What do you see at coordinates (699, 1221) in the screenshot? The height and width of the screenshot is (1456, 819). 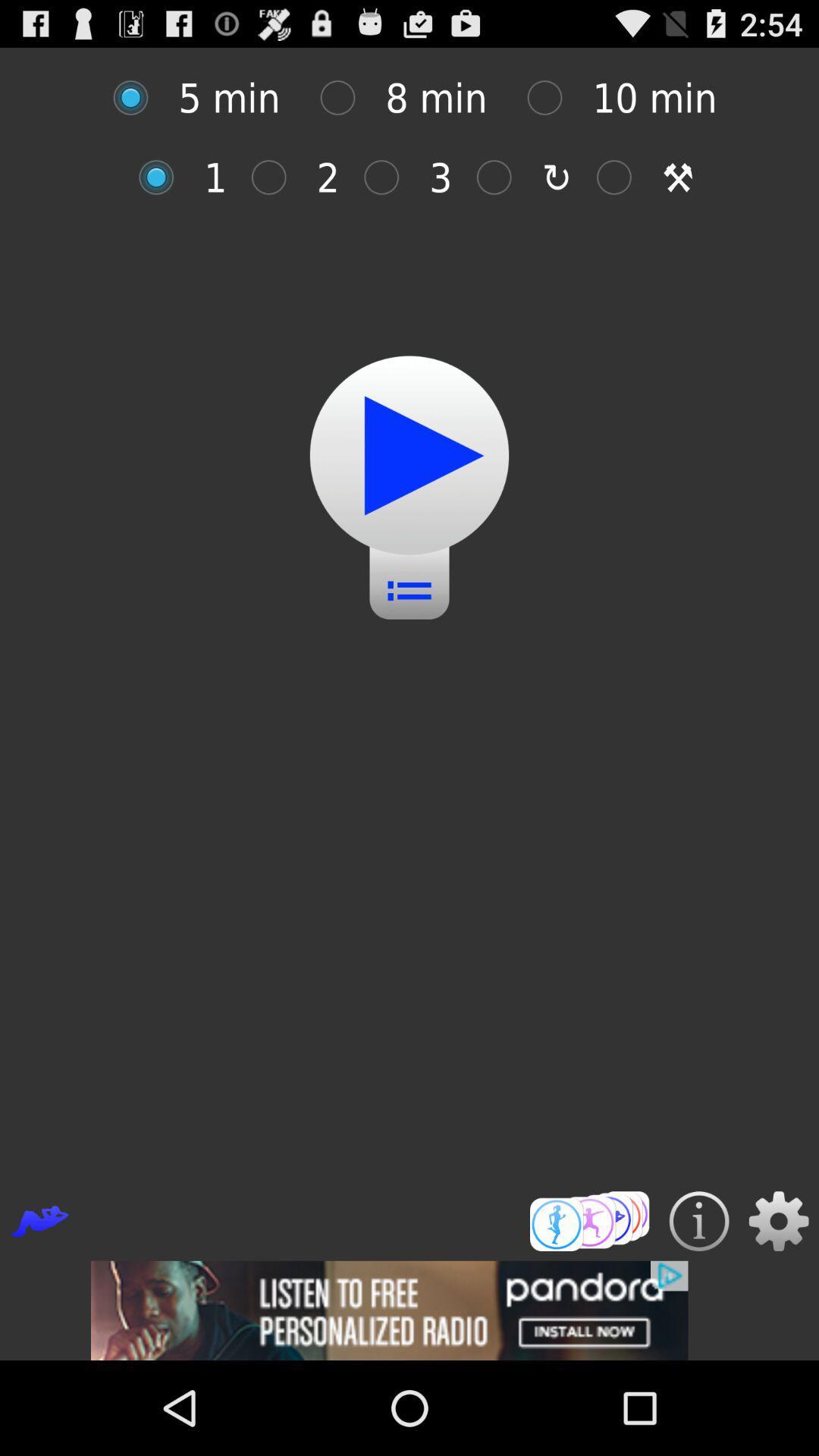 I see `details` at bounding box center [699, 1221].